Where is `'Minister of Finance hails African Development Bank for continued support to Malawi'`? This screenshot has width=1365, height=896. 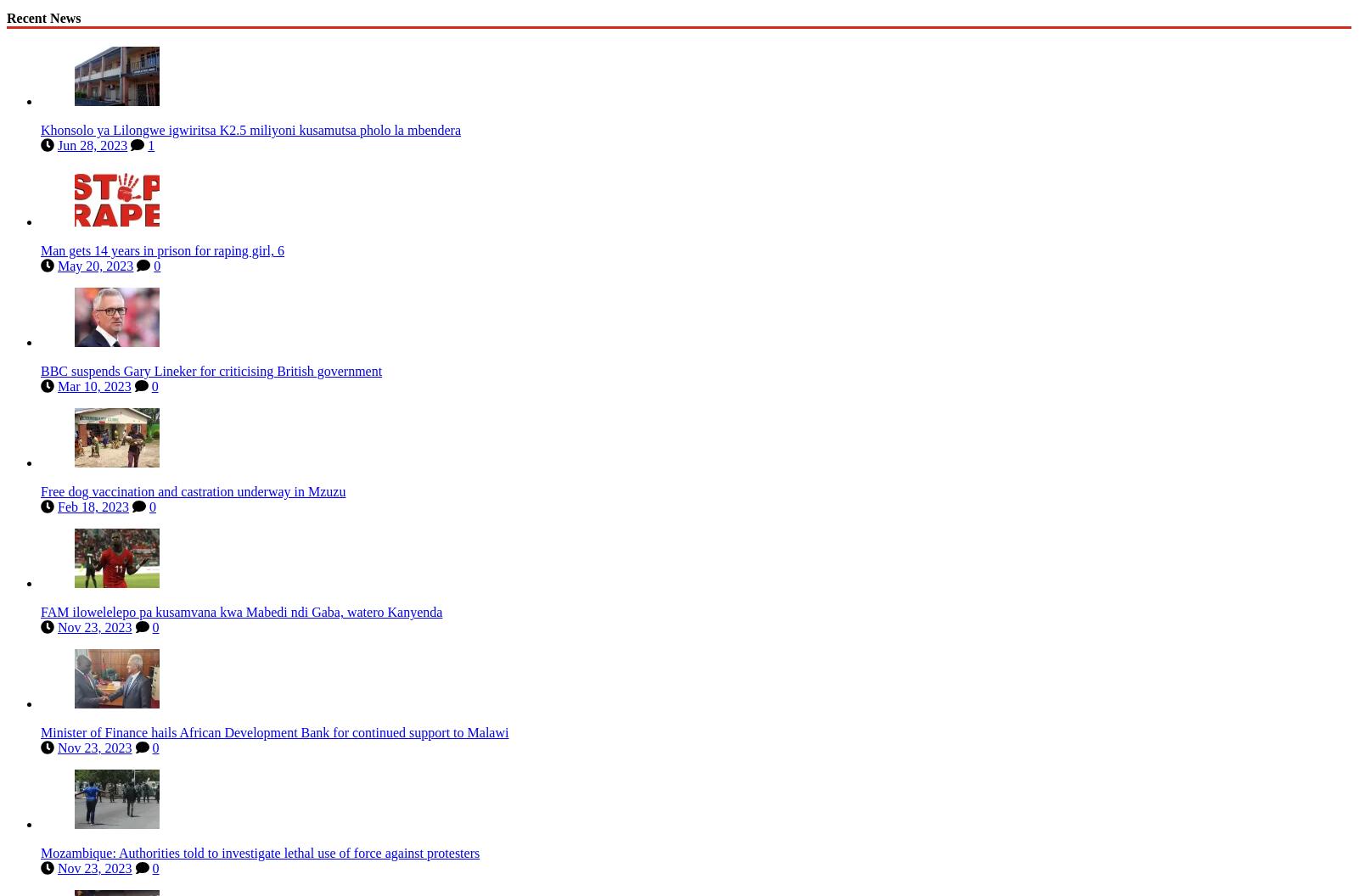 'Minister of Finance hails African Development Bank for continued support to Malawi' is located at coordinates (273, 728).